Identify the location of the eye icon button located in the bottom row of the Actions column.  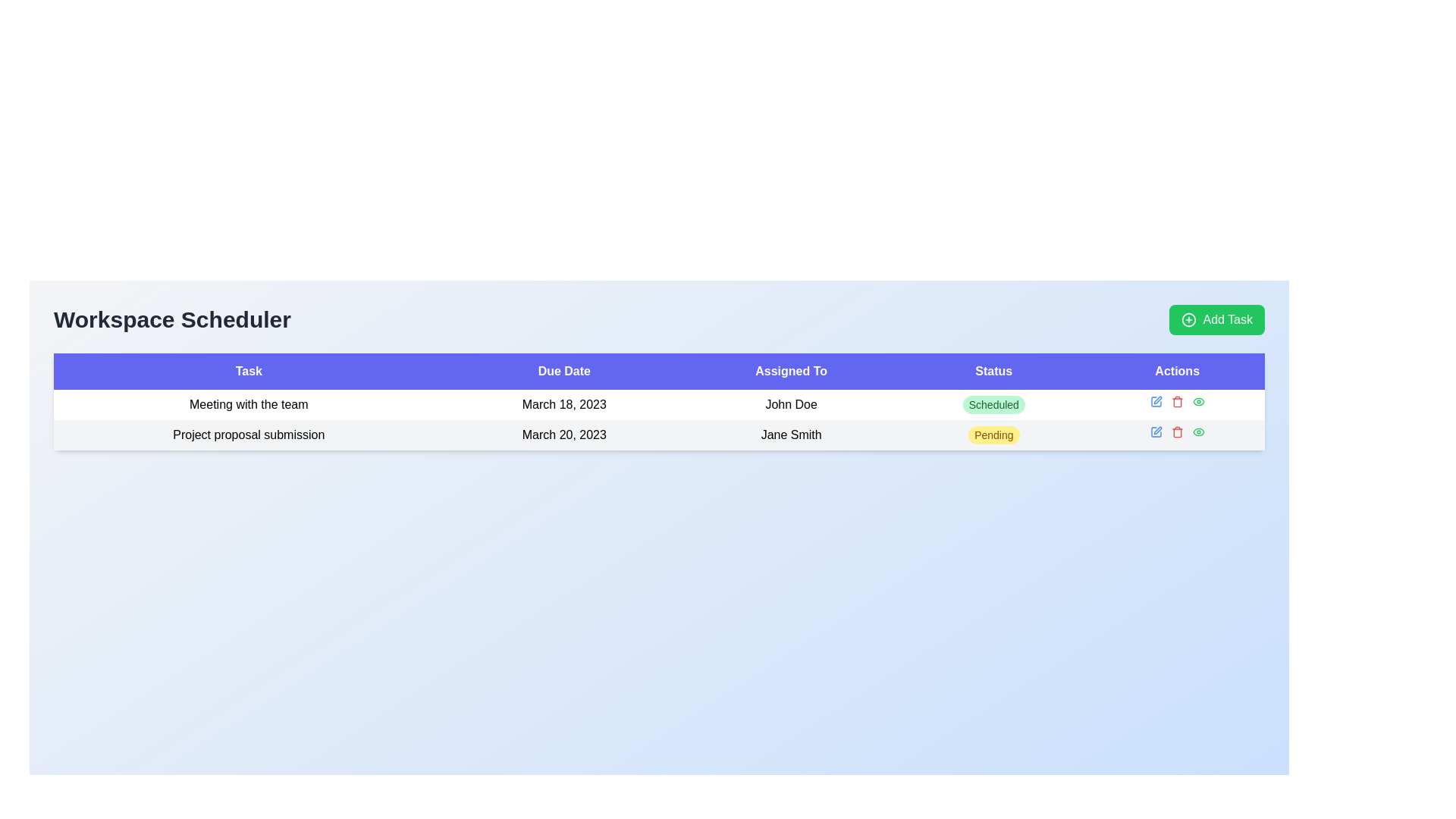
(1197, 400).